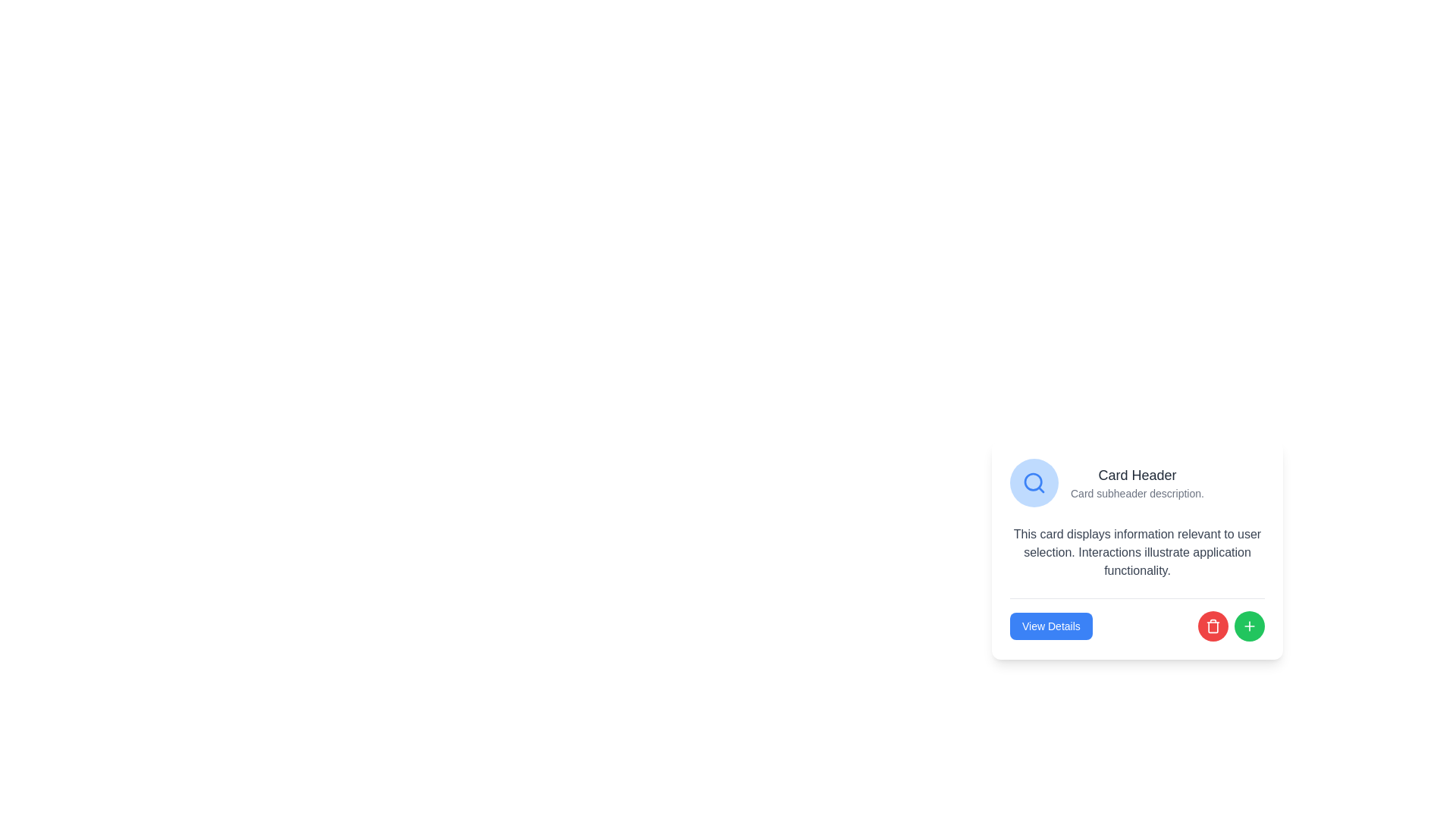  Describe the element at coordinates (1137, 475) in the screenshot. I see `the title text element at the top left of the card, which summarizes the card's content` at that location.